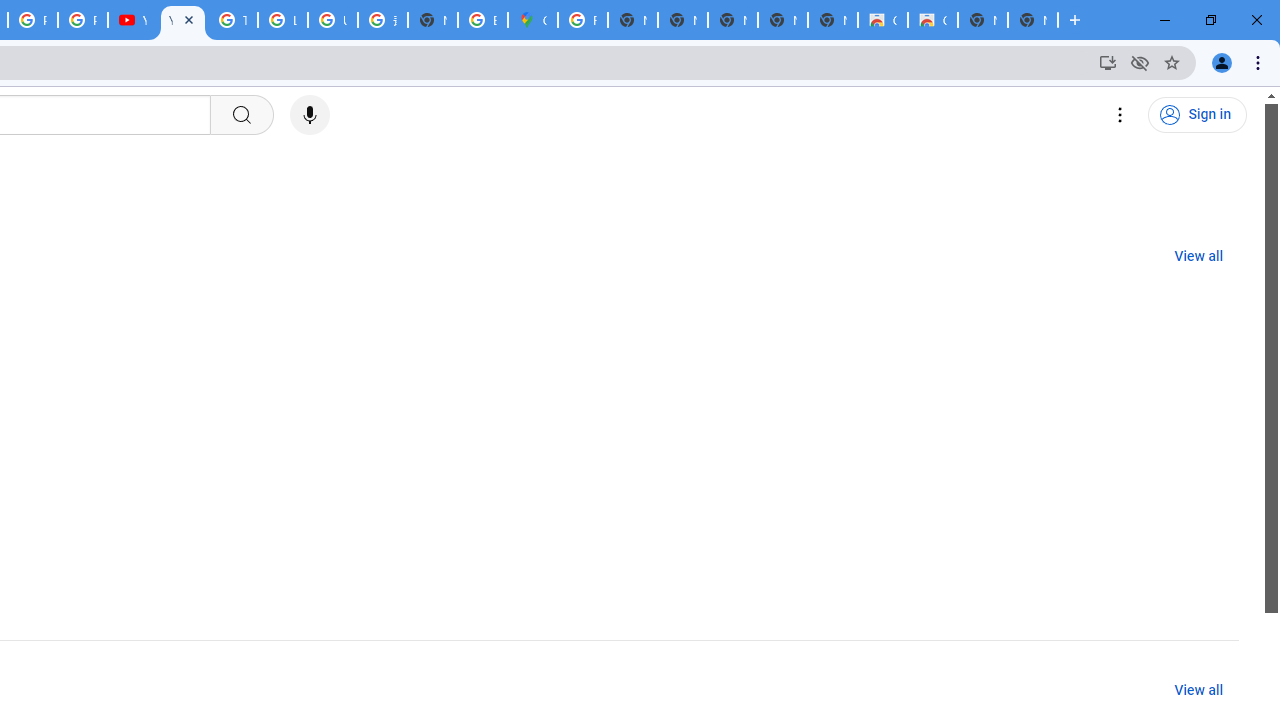  What do you see at coordinates (232, 20) in the screenshot?
I see `'Tips & tricks for Chrome - Google Chrome Help'` at bounding box center [232, 20].